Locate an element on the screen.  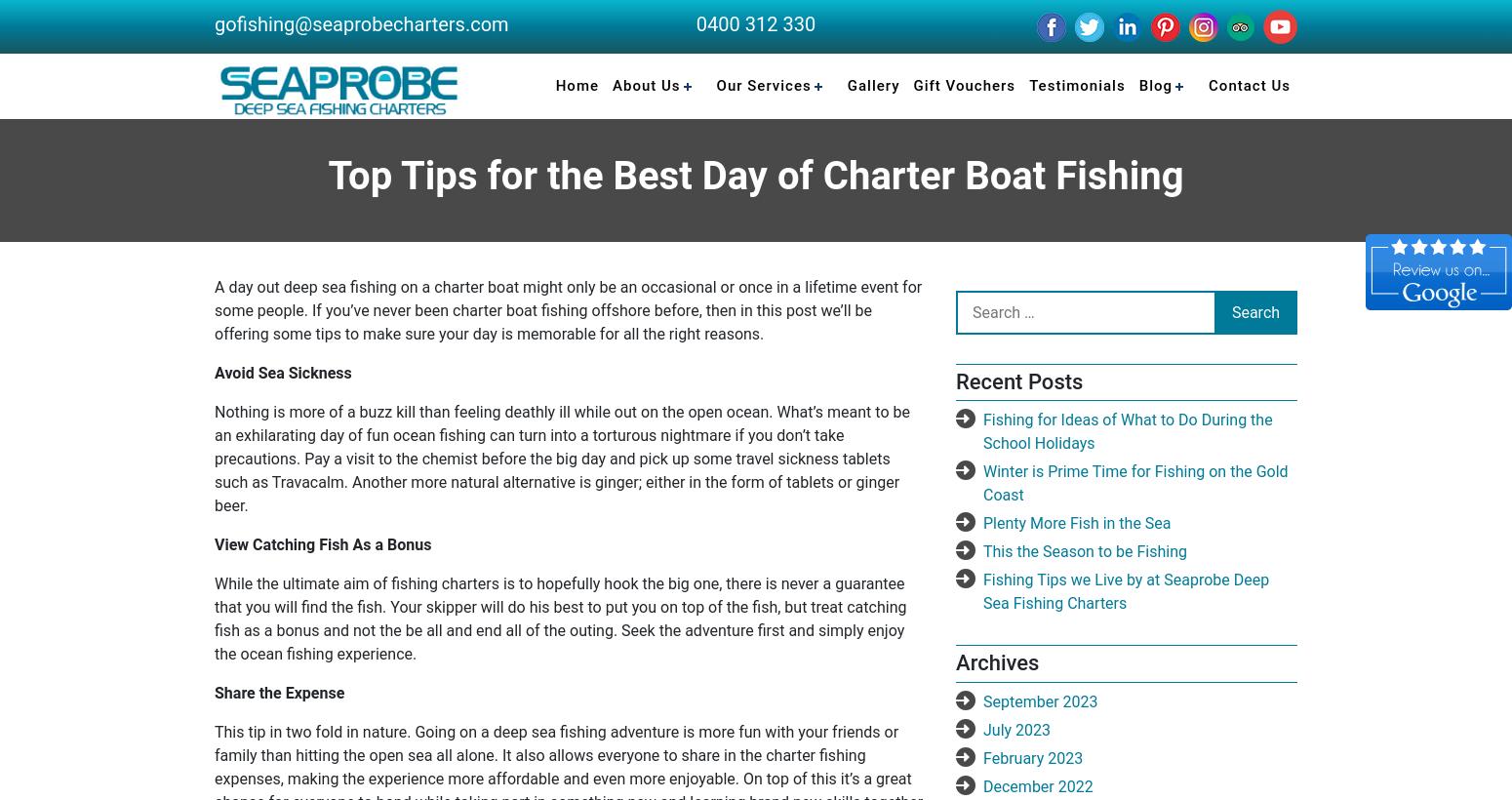
'Nothing is more of a buzz kill than feeling deathly ill while out on the open ocean. What’s meant to be an exhilarating day of fun ocean fishing can turn into a torturous nightmare if you don’t take precautions. Pay a visit to the chemist before the big day and pick up some travel sickness tablets such as Travacalm. Another more natural alternative is ginger; either in the form of tablets or ginger beer.' is located at coordinates (561, 459).